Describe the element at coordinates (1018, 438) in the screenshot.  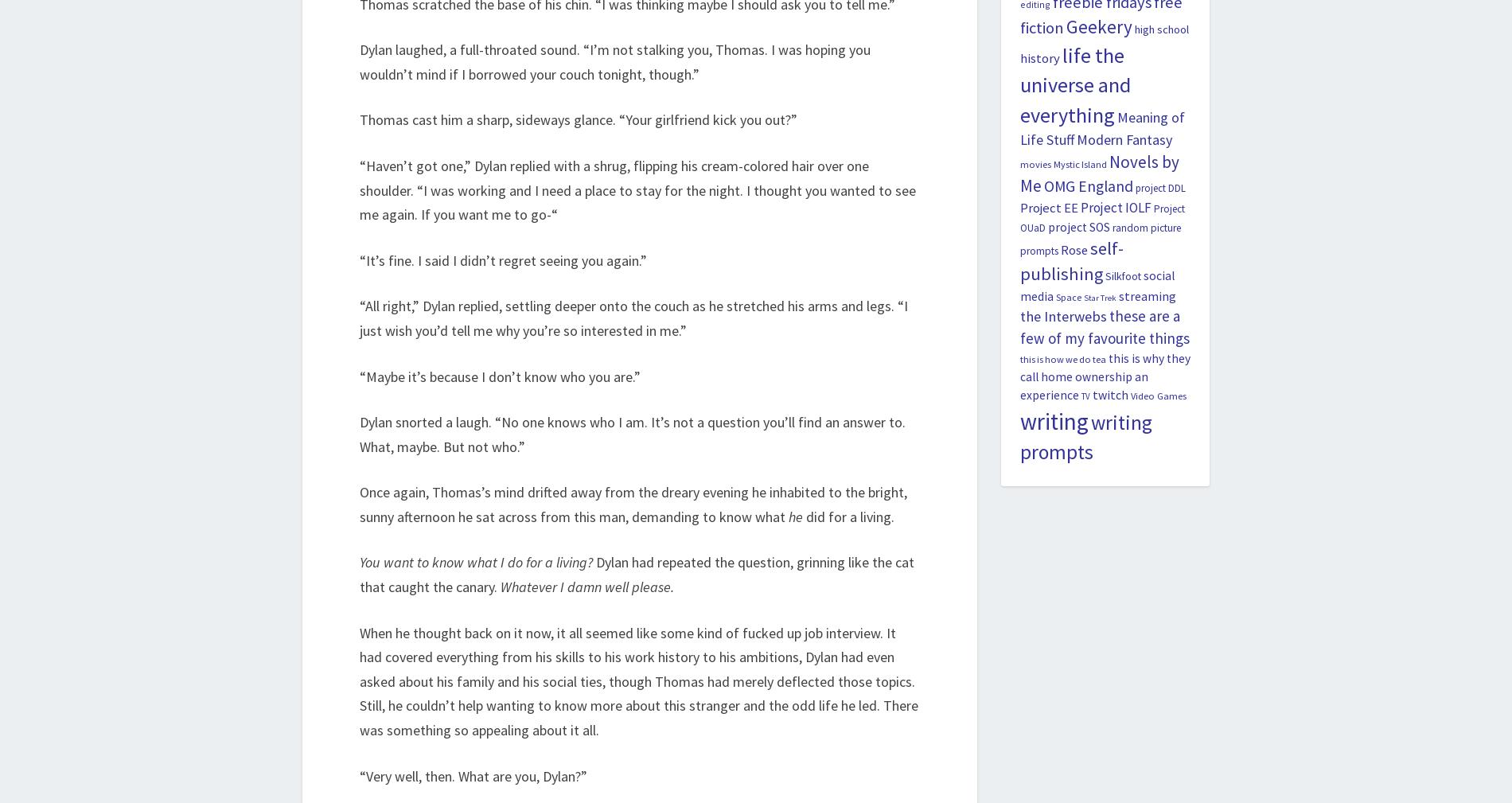
I see `'writing prompts'` at that location.